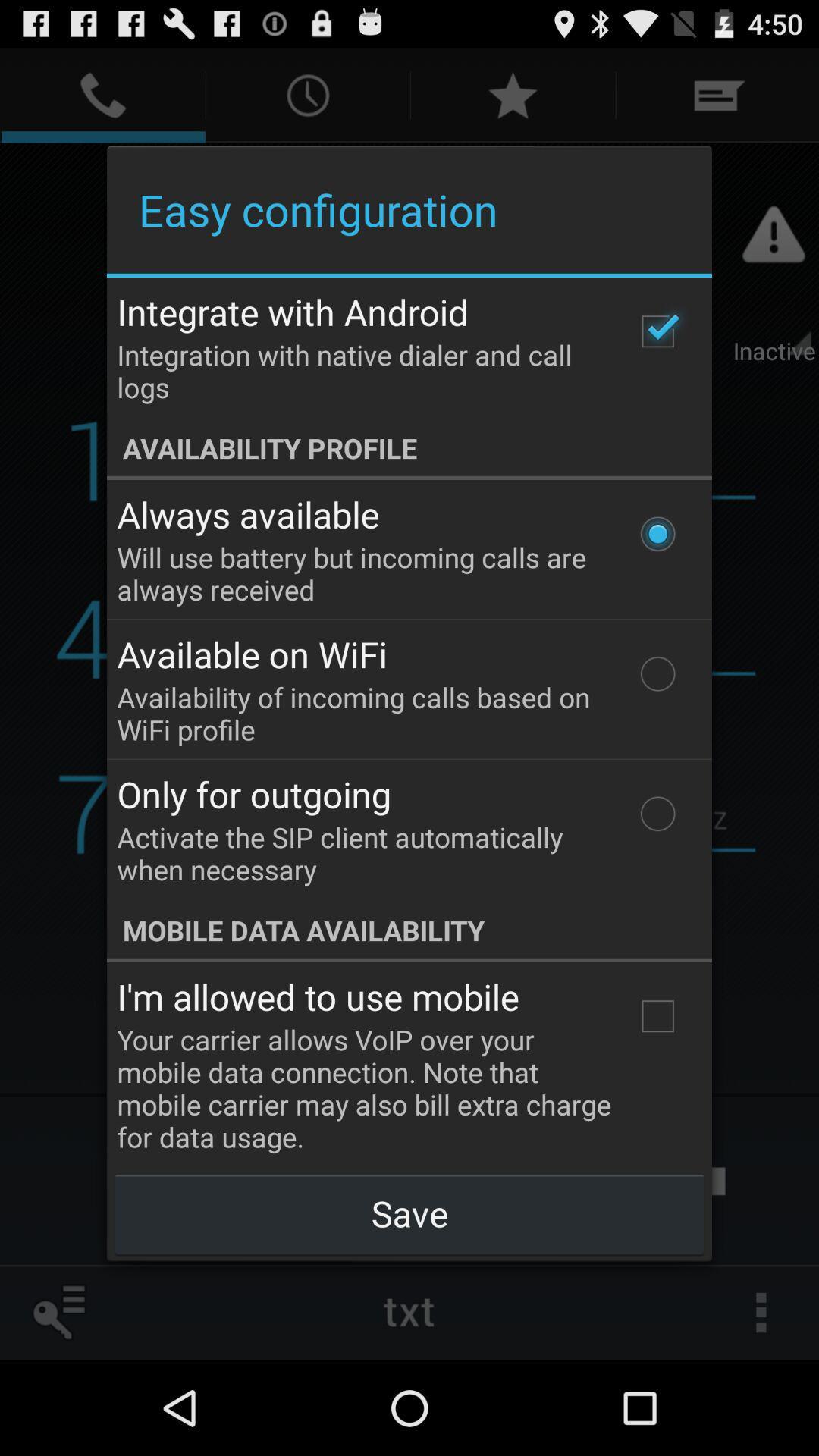  What do you see at coordinates (657, 1016) in the screenshot?
I see `the item next to the i m allowed` at bounding box center [657, 1016].